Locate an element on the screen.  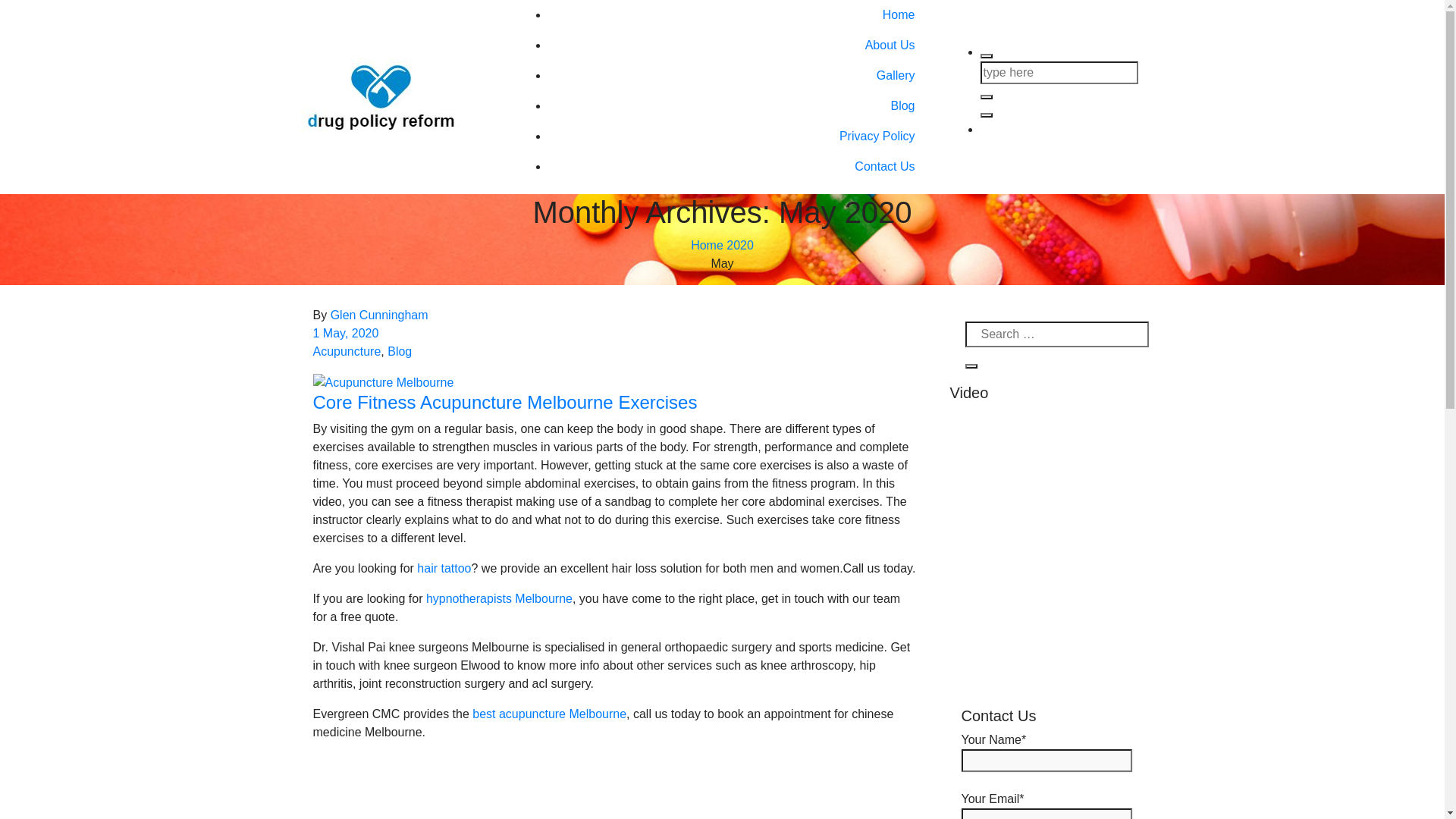
'Blog' is located at coordinates (736, 105).